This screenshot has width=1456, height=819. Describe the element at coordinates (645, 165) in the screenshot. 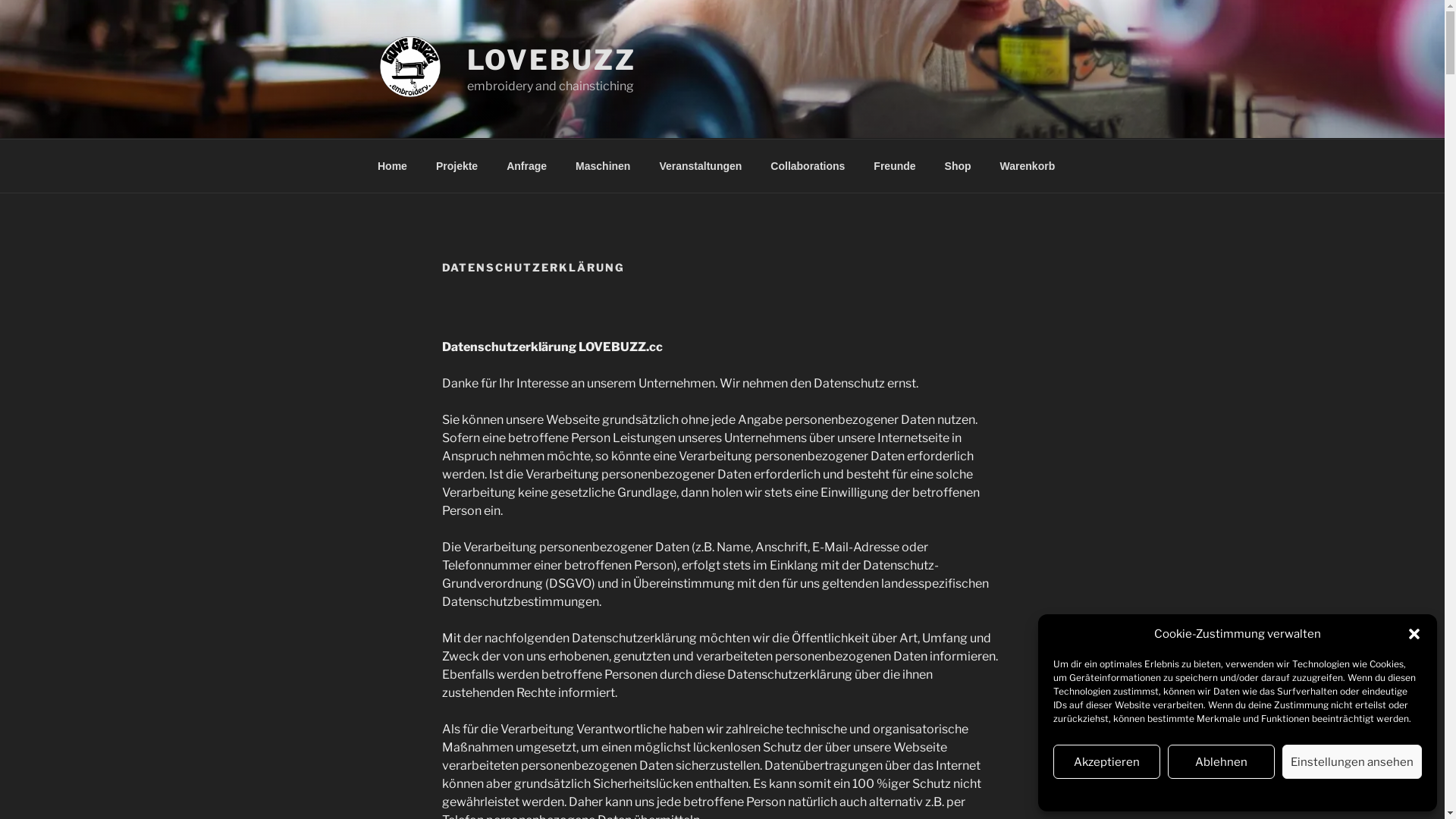

I see `'Veranstaltungen'` at that location.